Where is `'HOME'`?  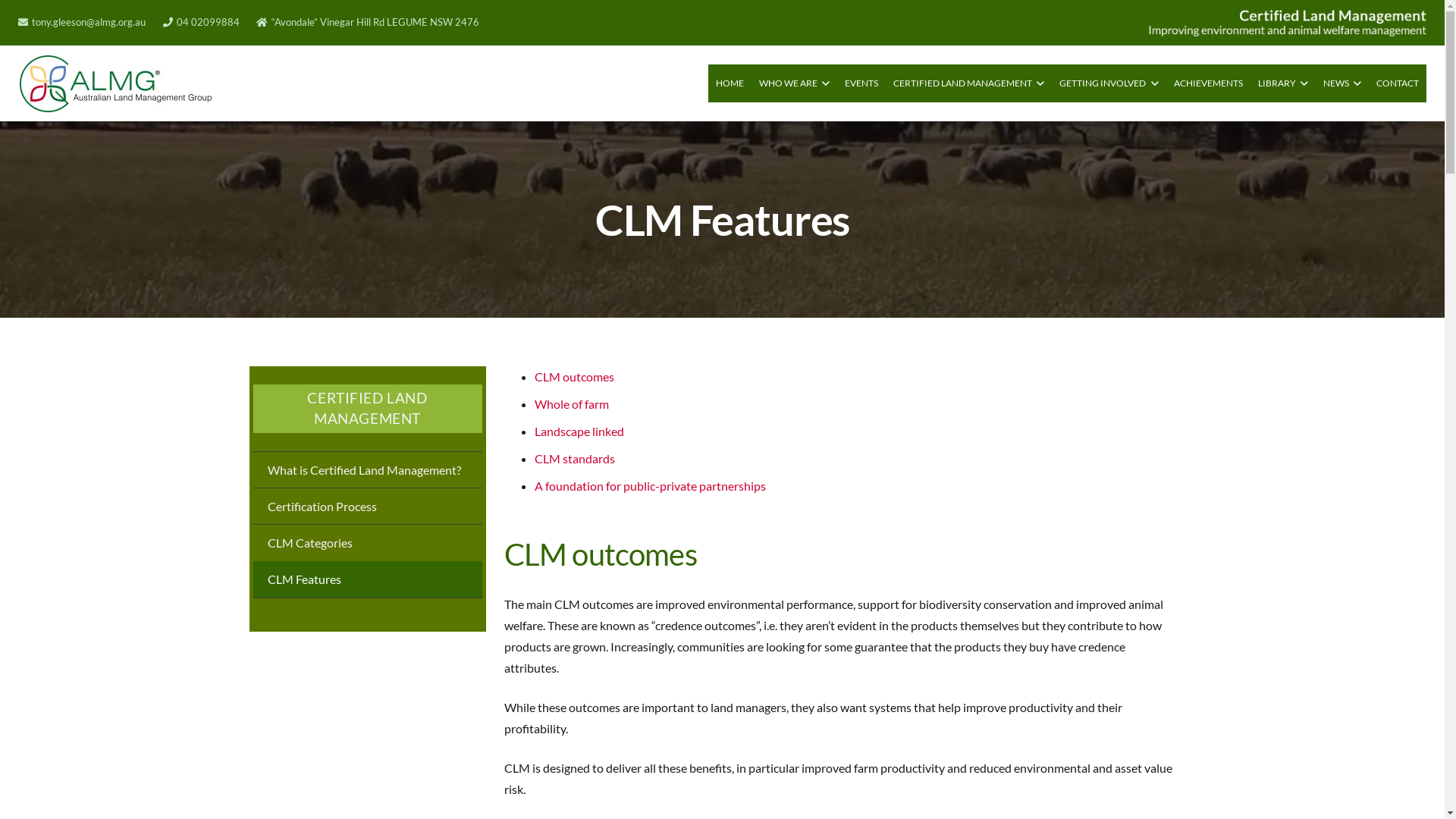
'HOME' is located at coordinates (730, 83).